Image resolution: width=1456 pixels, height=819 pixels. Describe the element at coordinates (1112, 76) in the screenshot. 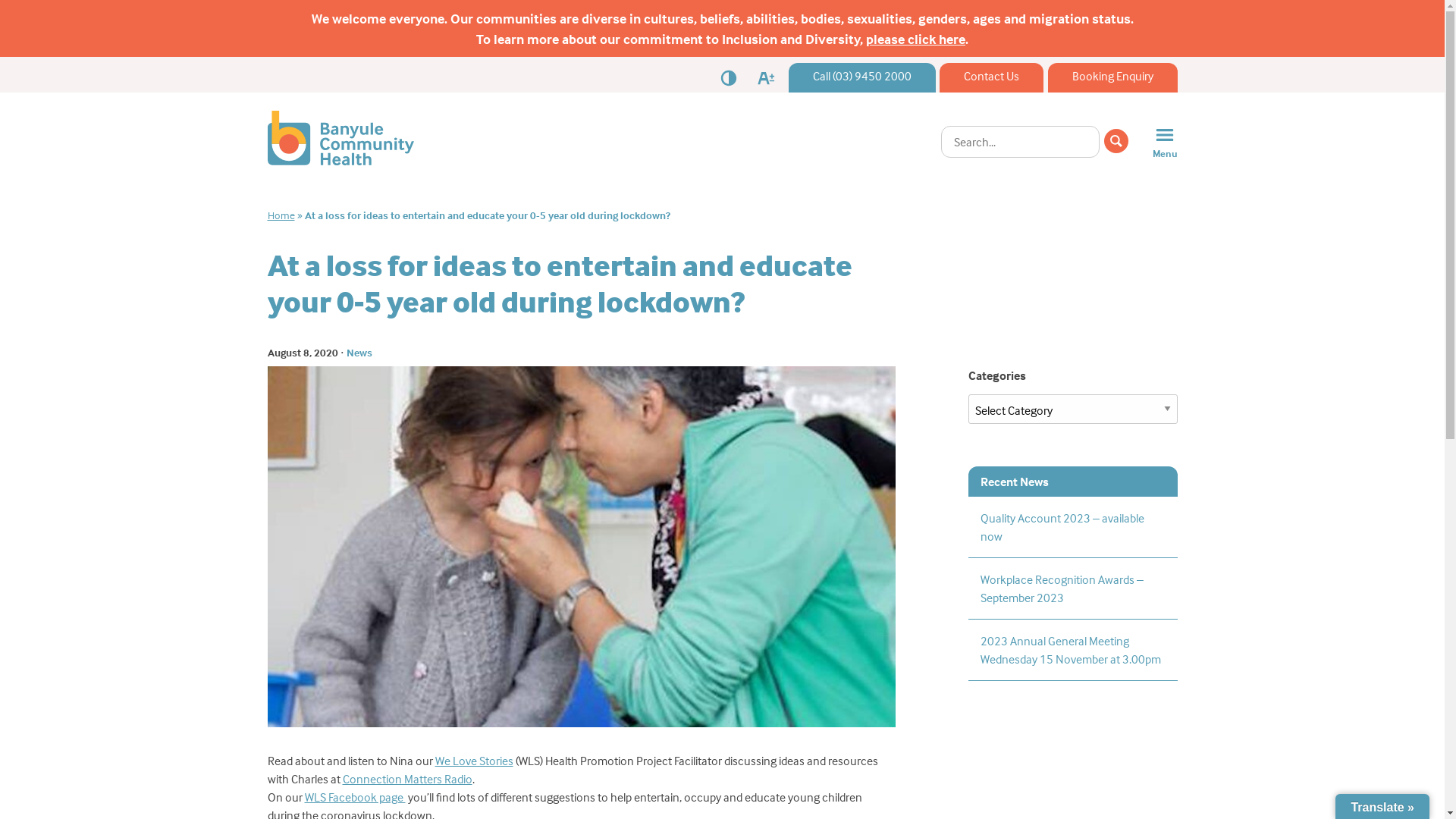

I see `'Booking Enquiry'` at that location.